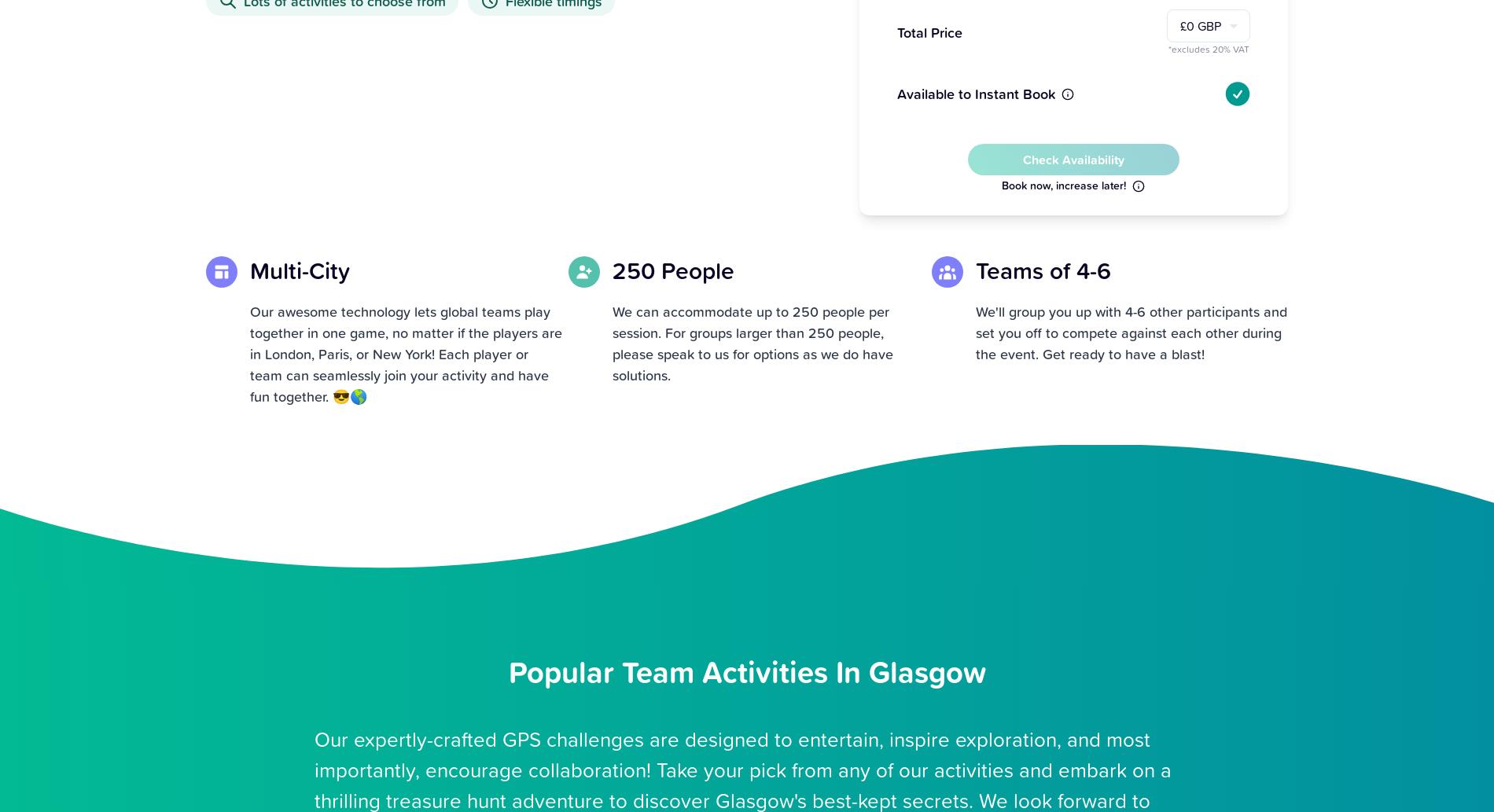  What do you see at coordinates (1072, 157) in the screenshot?
I see `'Check Availability'` at bounding box center [1072, 157].